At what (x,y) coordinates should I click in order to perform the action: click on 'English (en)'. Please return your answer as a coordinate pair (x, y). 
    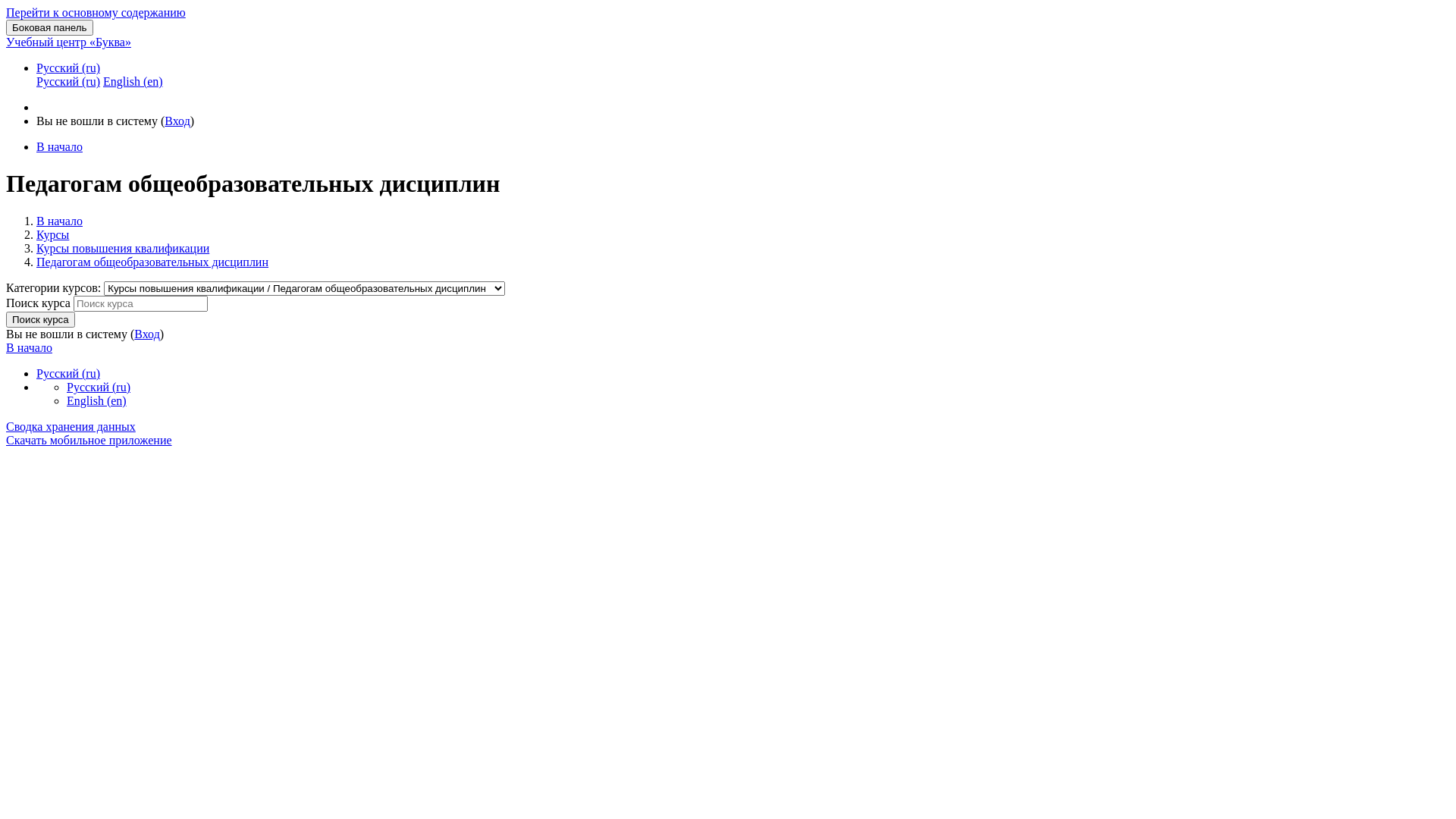
    Looking at the image, I should click on (96, 400).